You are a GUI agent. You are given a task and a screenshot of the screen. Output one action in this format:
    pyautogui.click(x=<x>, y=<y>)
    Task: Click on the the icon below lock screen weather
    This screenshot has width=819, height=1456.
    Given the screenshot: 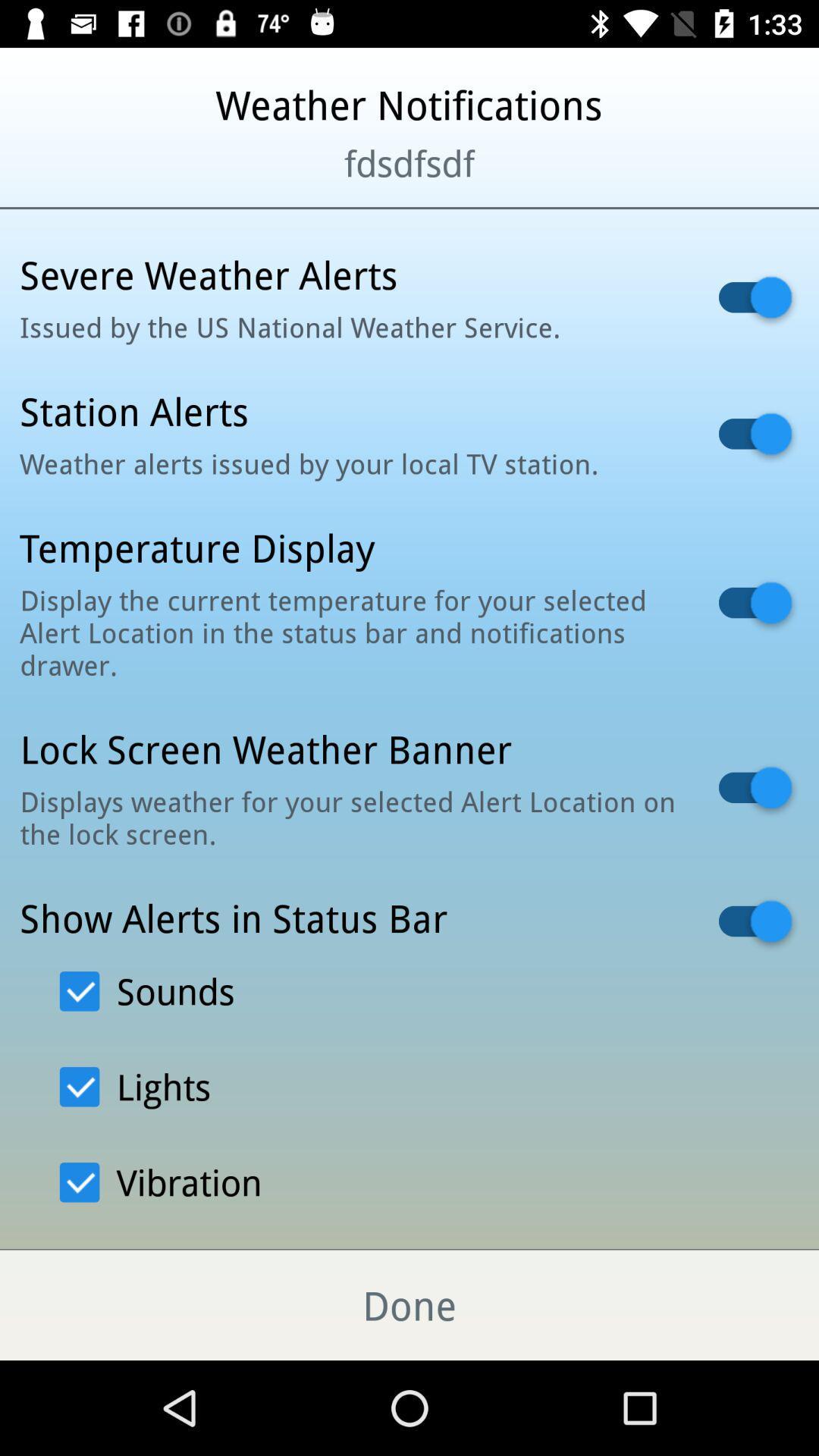 What is the action you would take?
    pyautogui.click(x=350, y=817)
    